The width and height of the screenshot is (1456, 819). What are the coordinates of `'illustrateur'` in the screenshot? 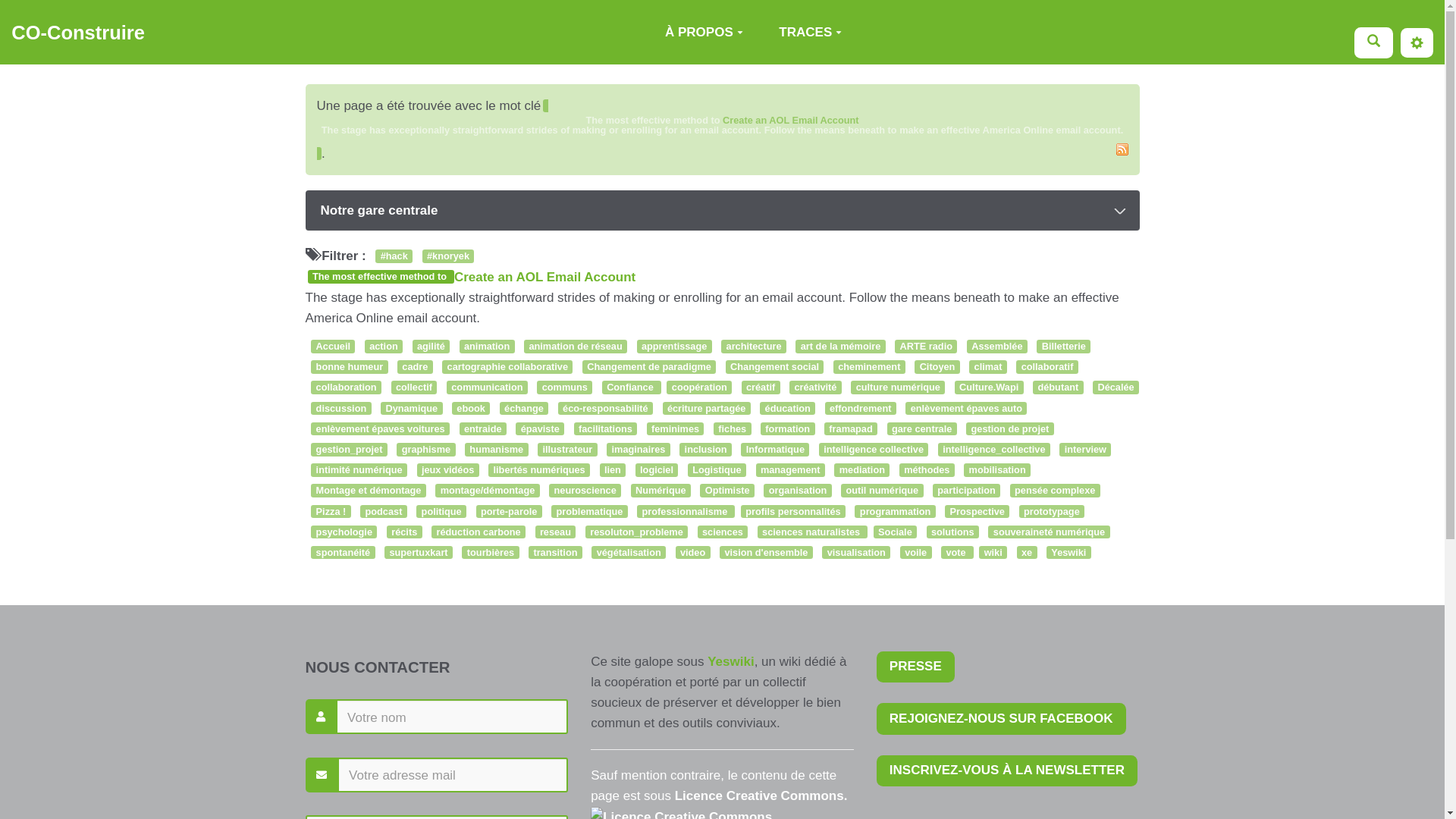 It's located at (566, 449).